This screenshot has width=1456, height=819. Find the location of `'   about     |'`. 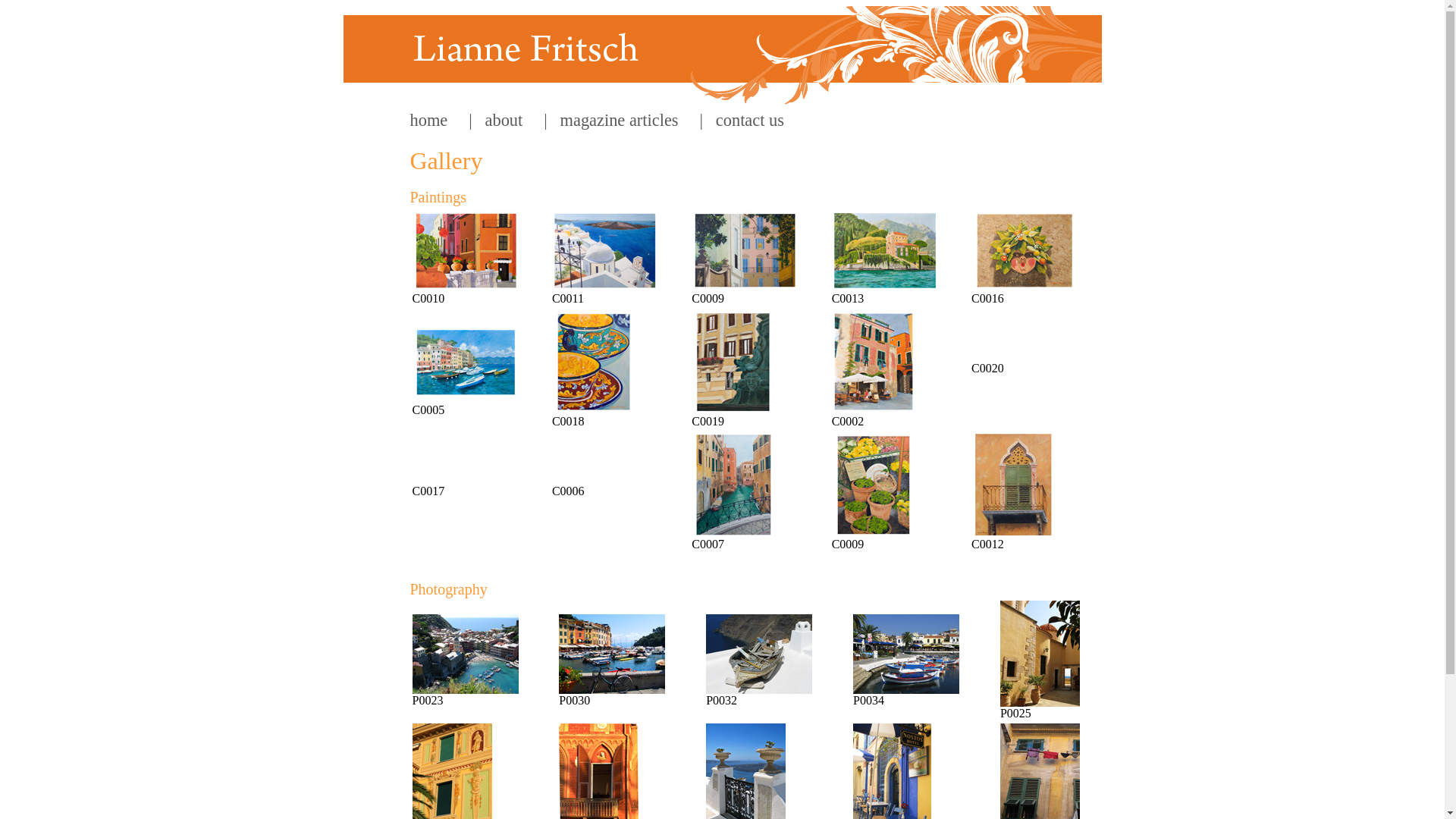

'   about     |' is located at coordinates (510, 119).